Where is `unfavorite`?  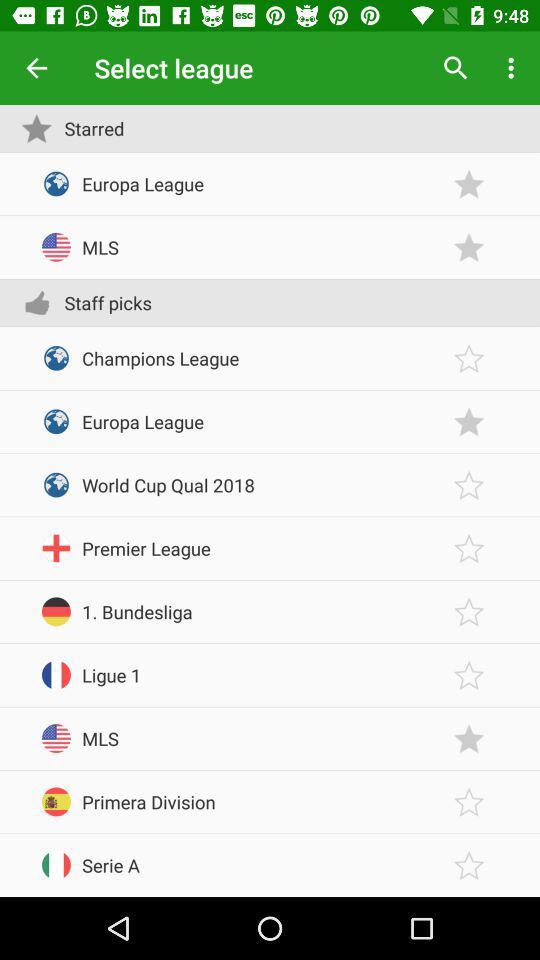
unfavorite is located at coordinates (469, 421).